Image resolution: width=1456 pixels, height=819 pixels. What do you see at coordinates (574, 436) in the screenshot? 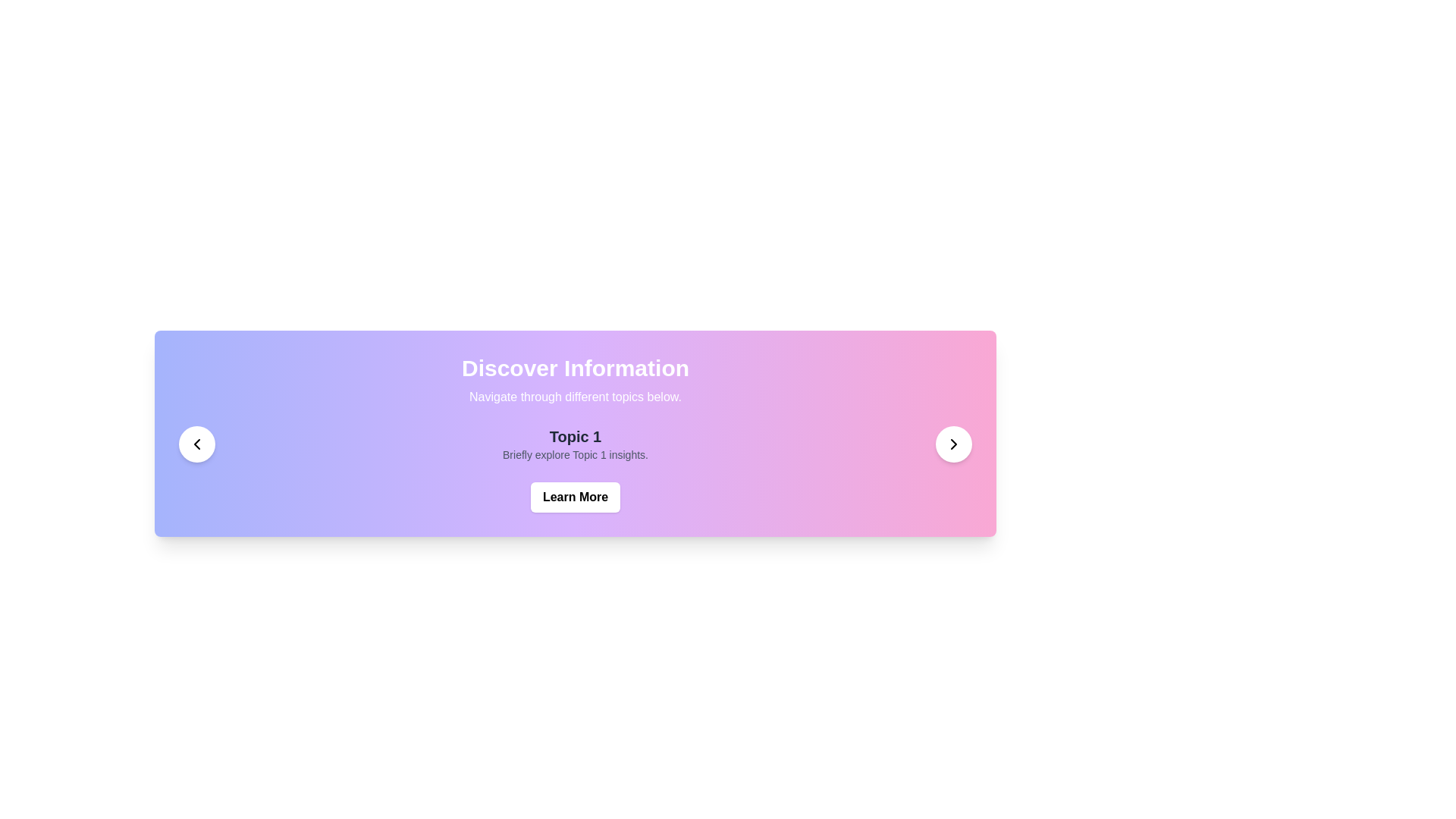
I see `the Header text that introduces the topic, located at the center of the card above the subtitle 'Briefly explore Topic 1 insights.'` at bounding box center [574, 436].